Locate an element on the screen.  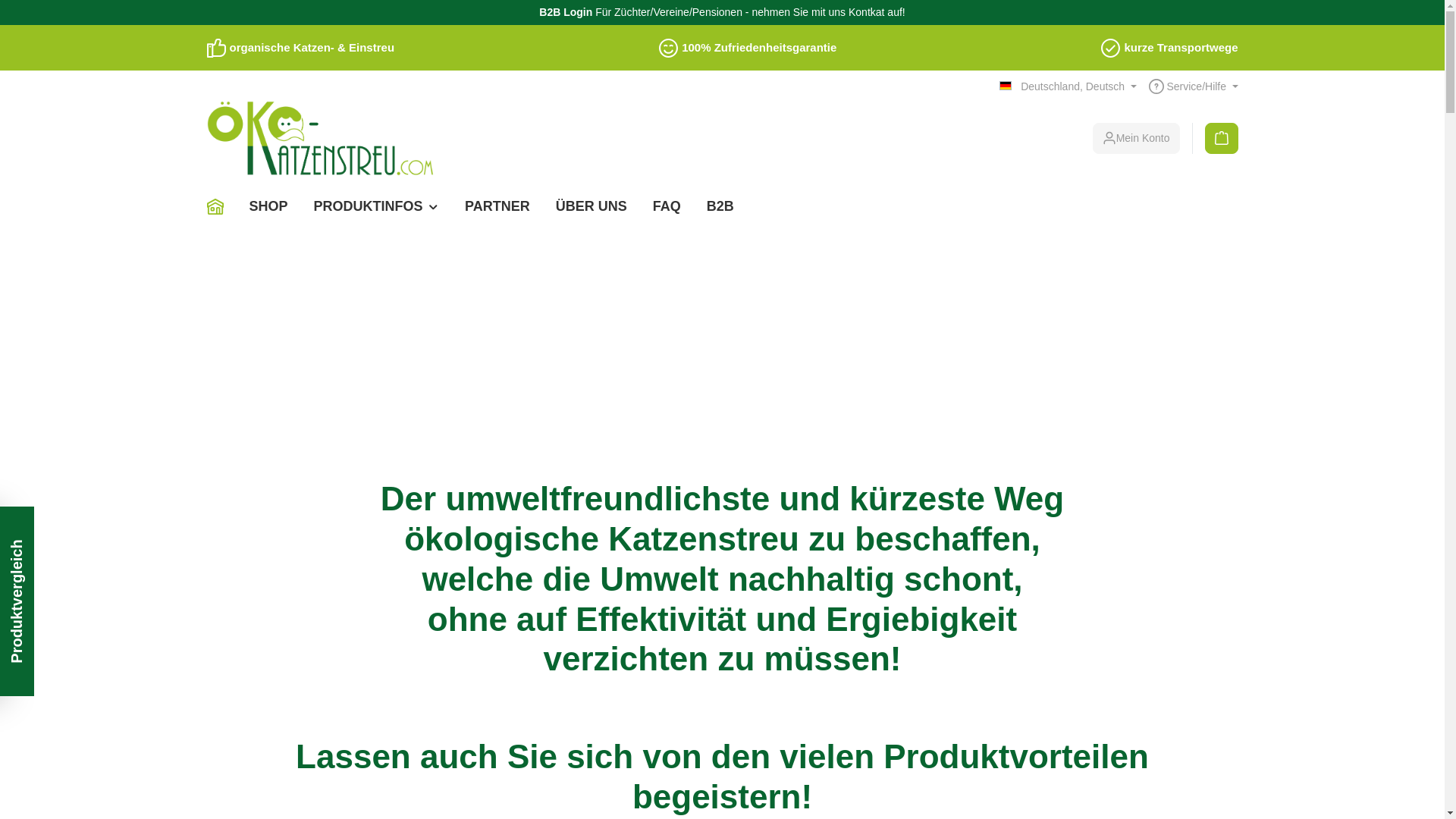
'Home' is located at coordinates (220, 206).